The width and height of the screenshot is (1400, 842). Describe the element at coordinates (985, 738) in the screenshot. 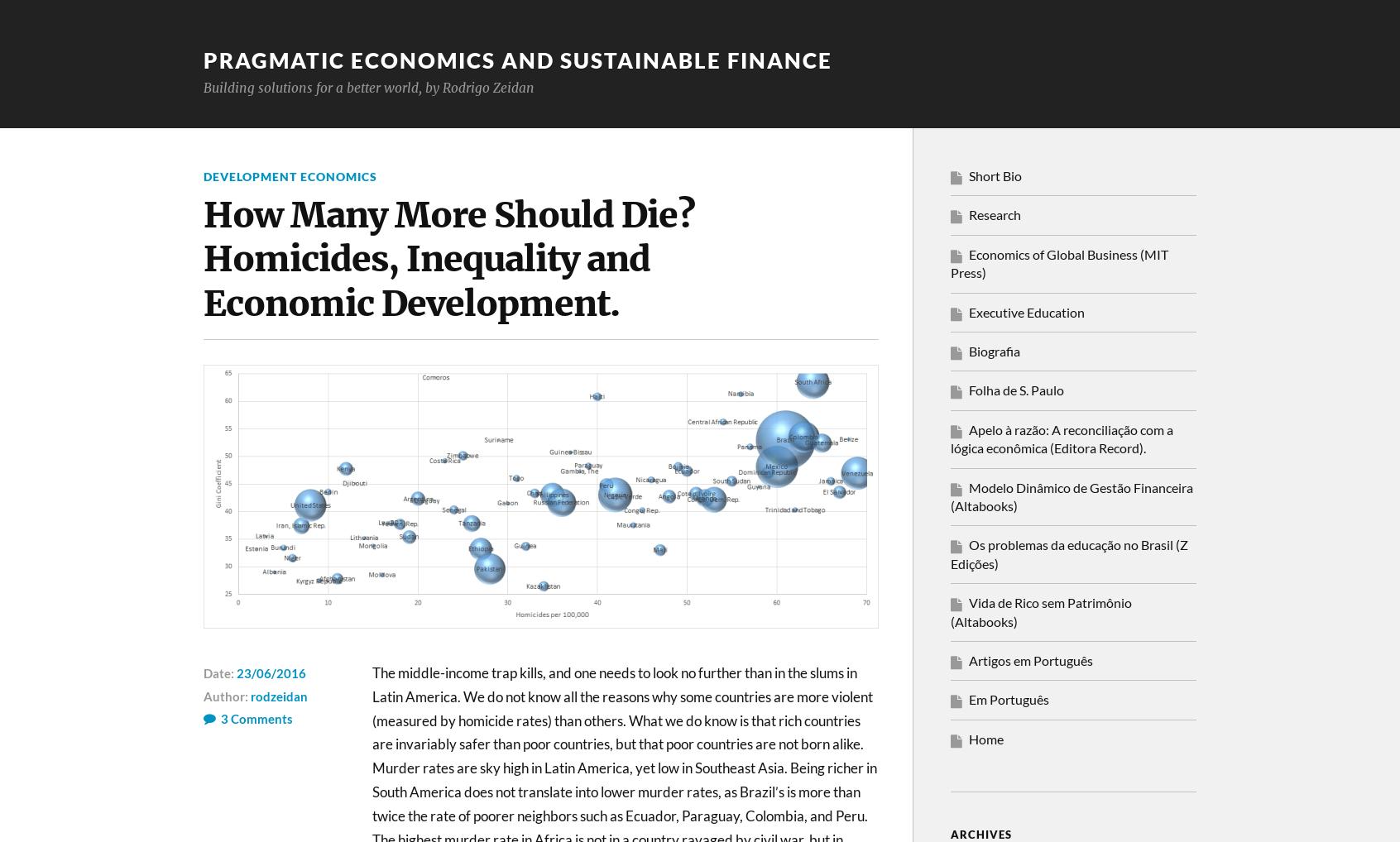

I see `'Home'` at that location.